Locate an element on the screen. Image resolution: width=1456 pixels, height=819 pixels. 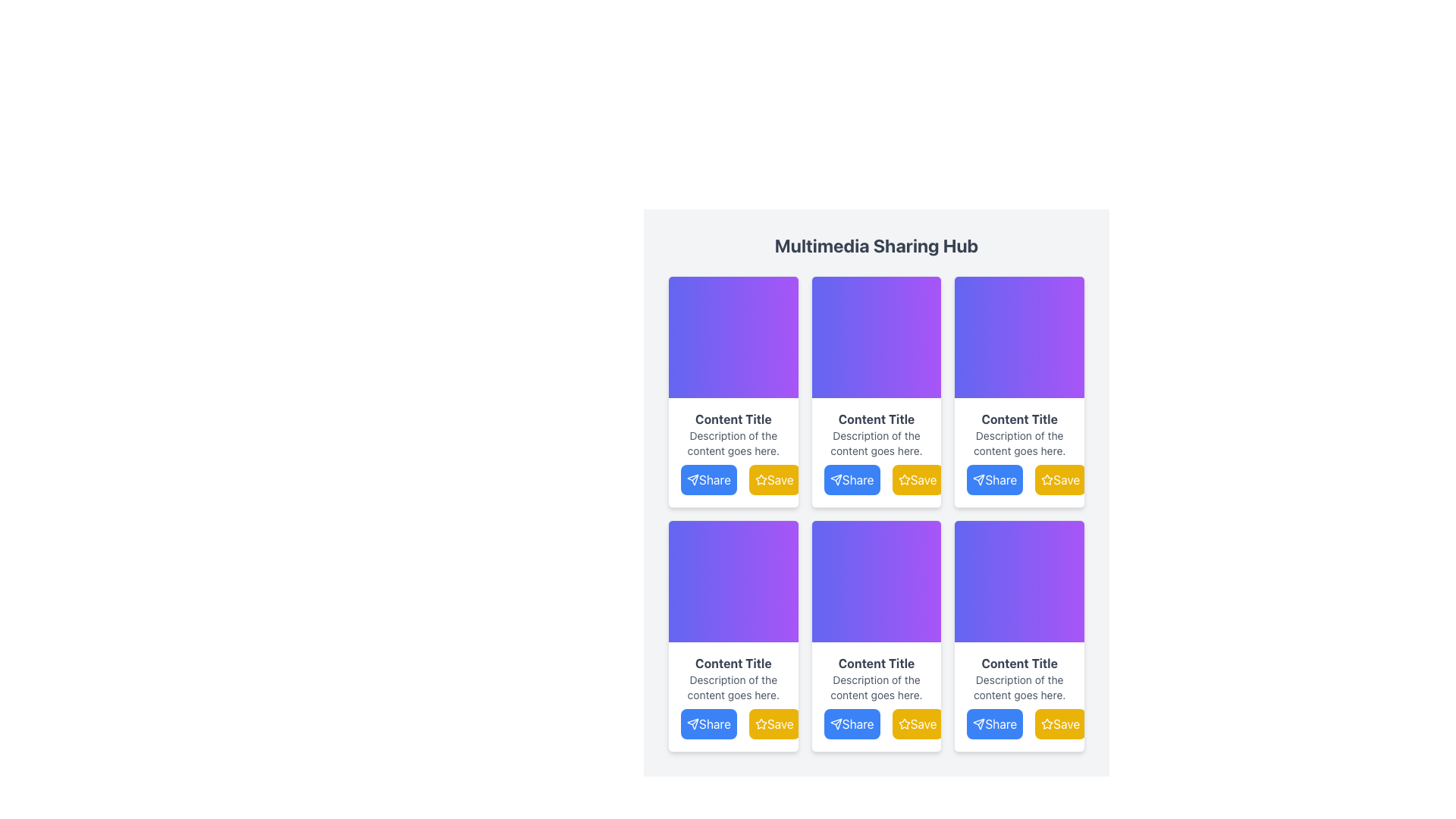
the save button located at the bottom-right of the third card in a grid of cards for keyboard navigation is located at coordinates (774, 723).